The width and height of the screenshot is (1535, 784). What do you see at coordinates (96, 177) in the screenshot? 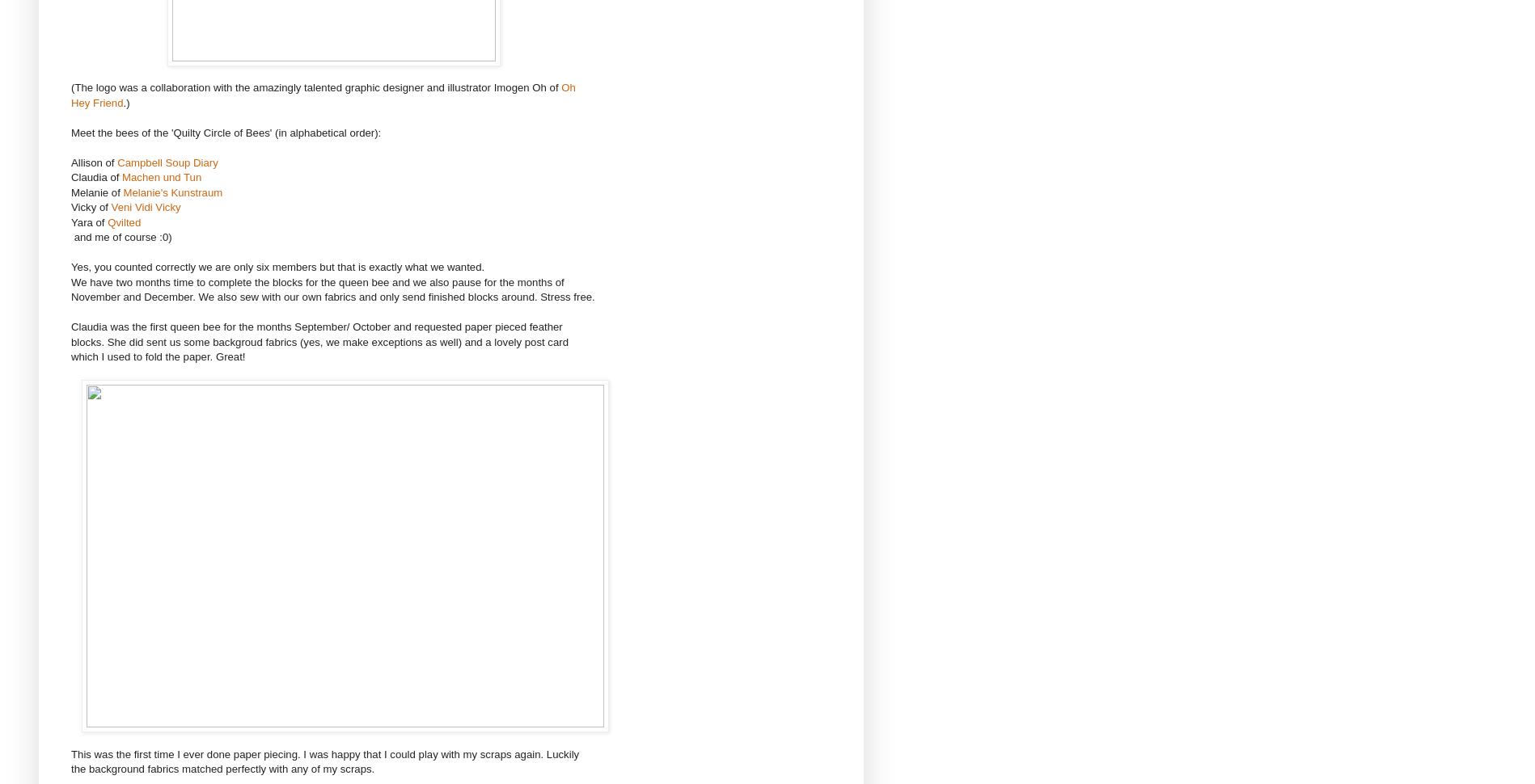
I see `'Claudia of'` at bounding box center [96, 177].